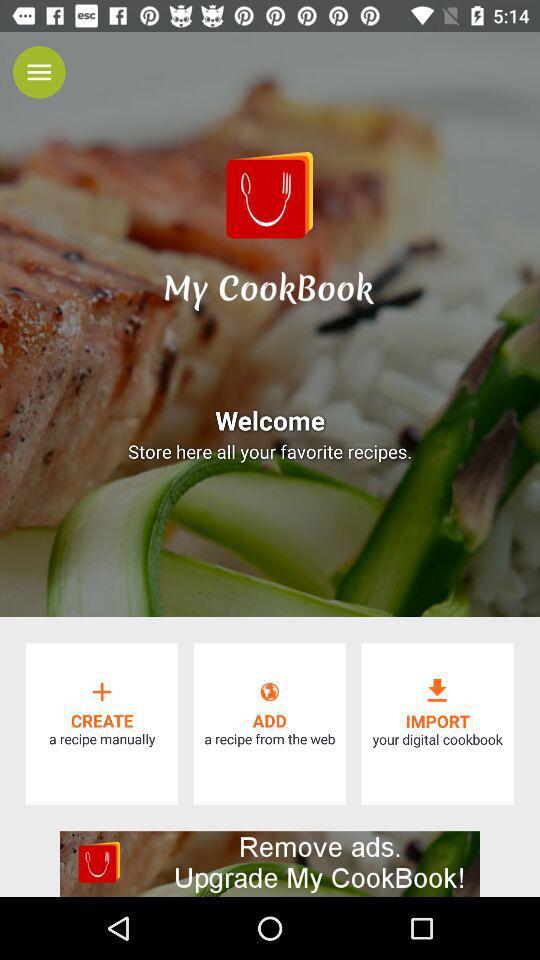  I want to click on page links, so click(39, 72).